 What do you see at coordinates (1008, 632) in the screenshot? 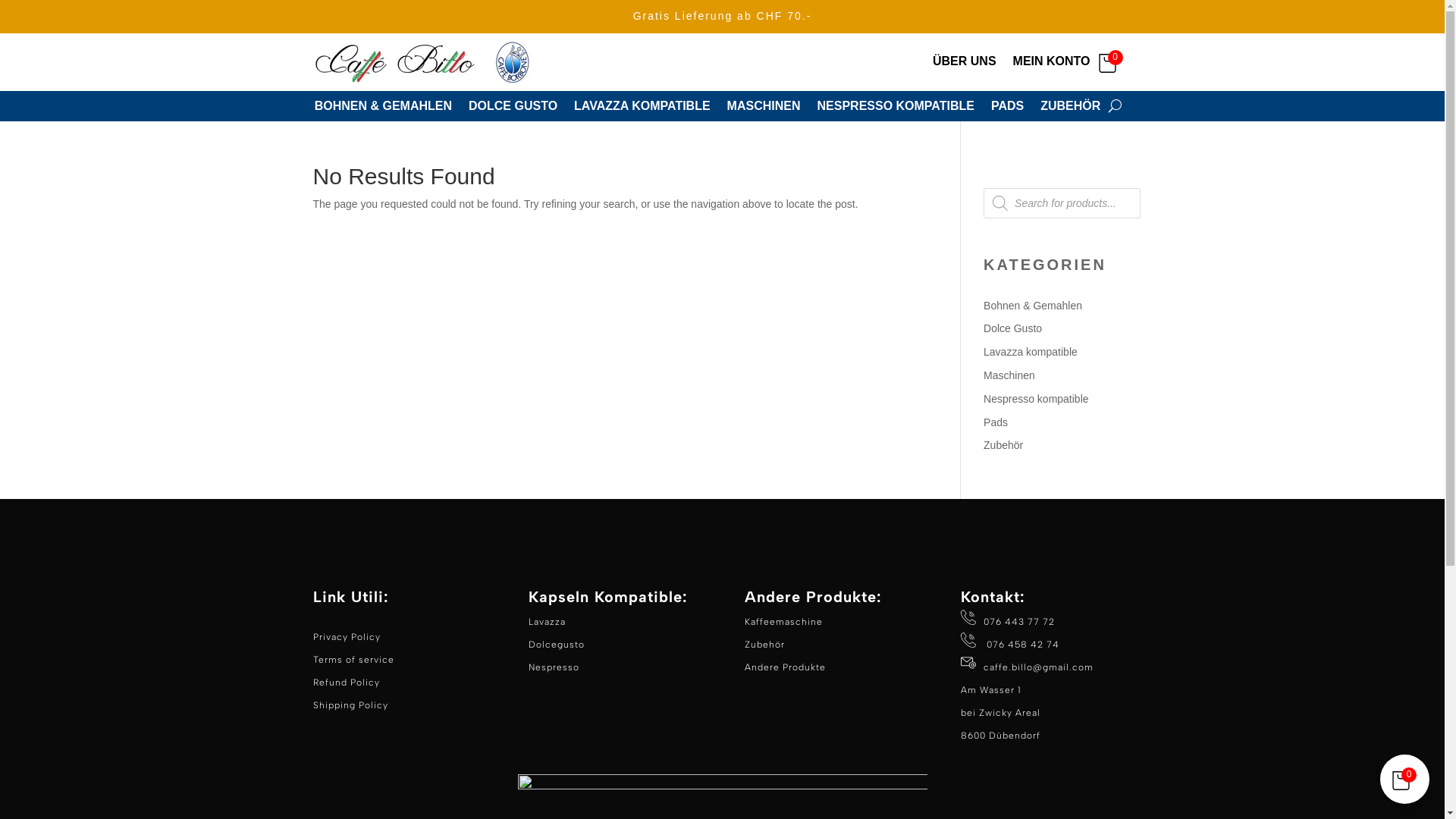
I see `'076 443 77 72'` at bounding box center [1008, 632].